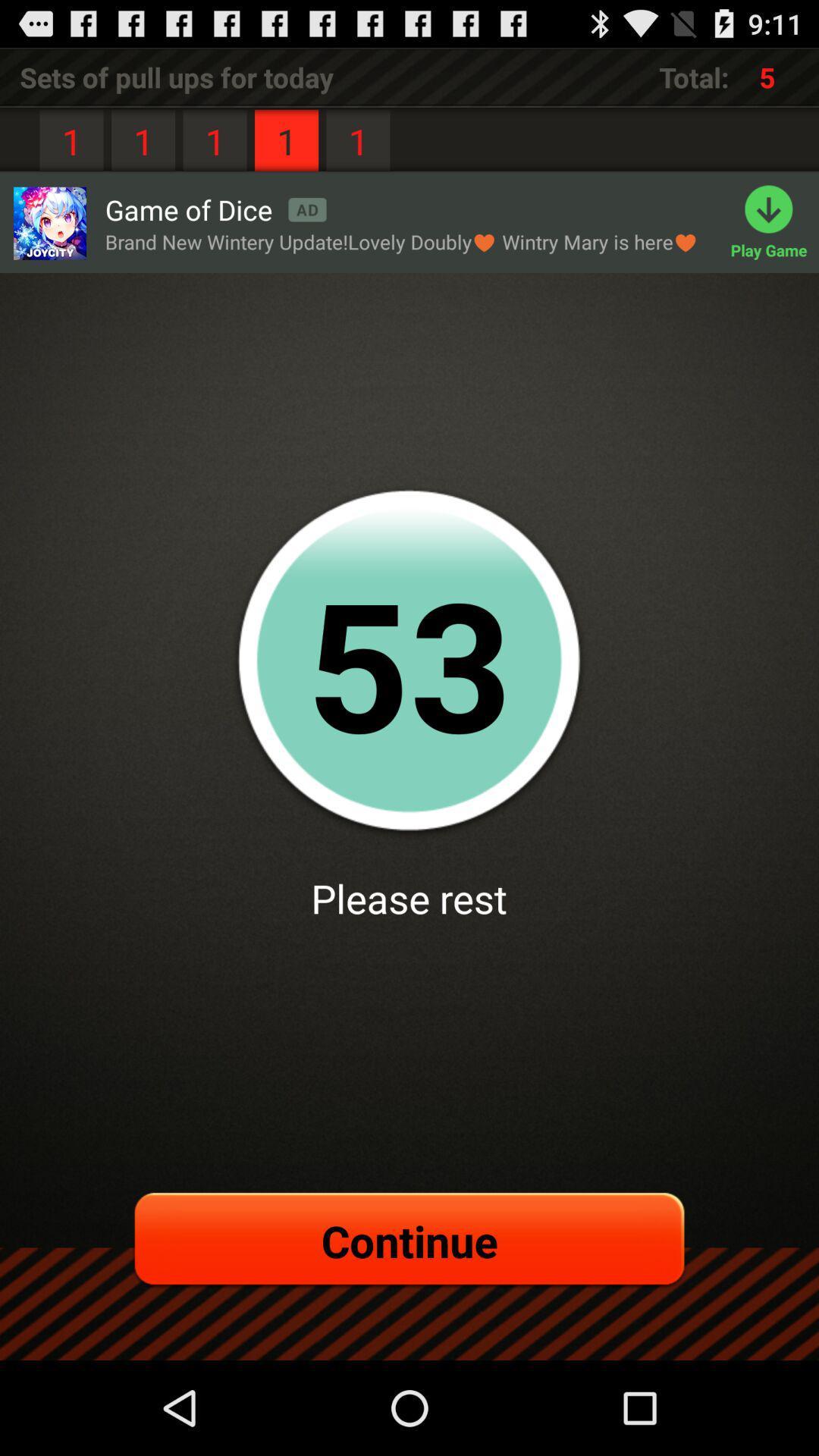 The width and height of the screenshot is (819, 1456). I want to click on the app next to the play game app, so click(215, 209).